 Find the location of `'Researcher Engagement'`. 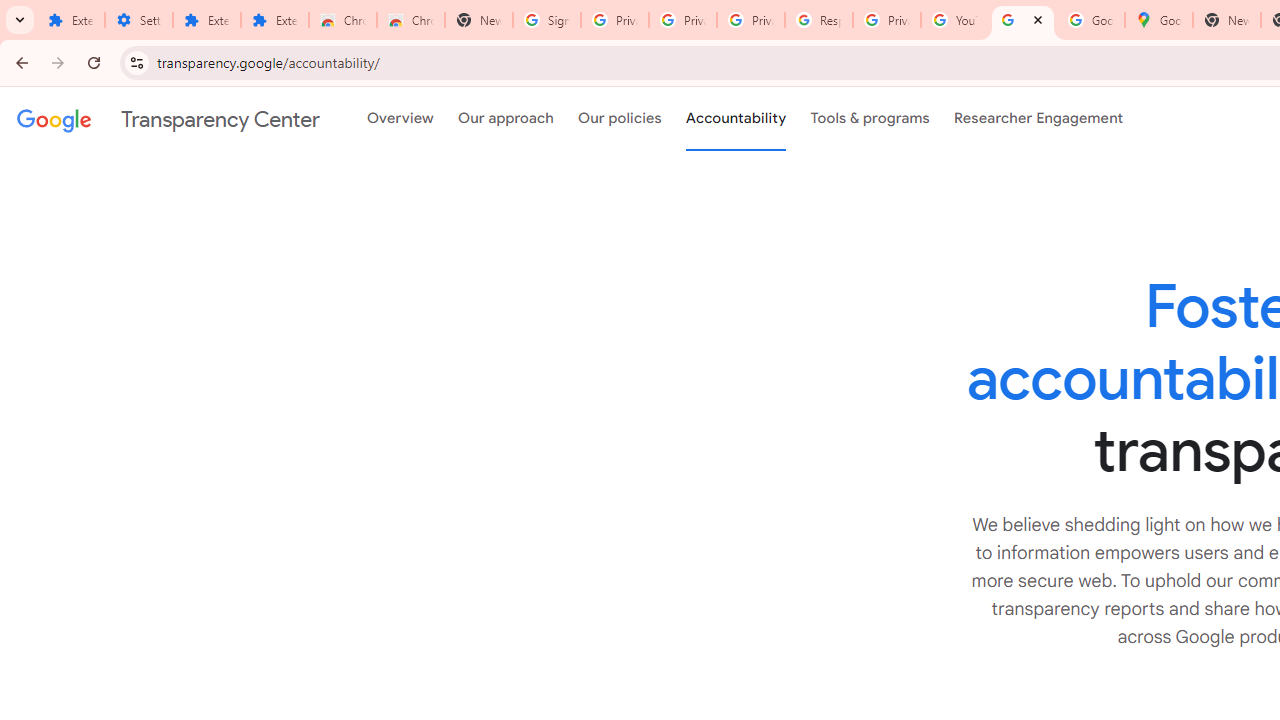

'Researcher Engagement' is located at coordinates (1038, 119).